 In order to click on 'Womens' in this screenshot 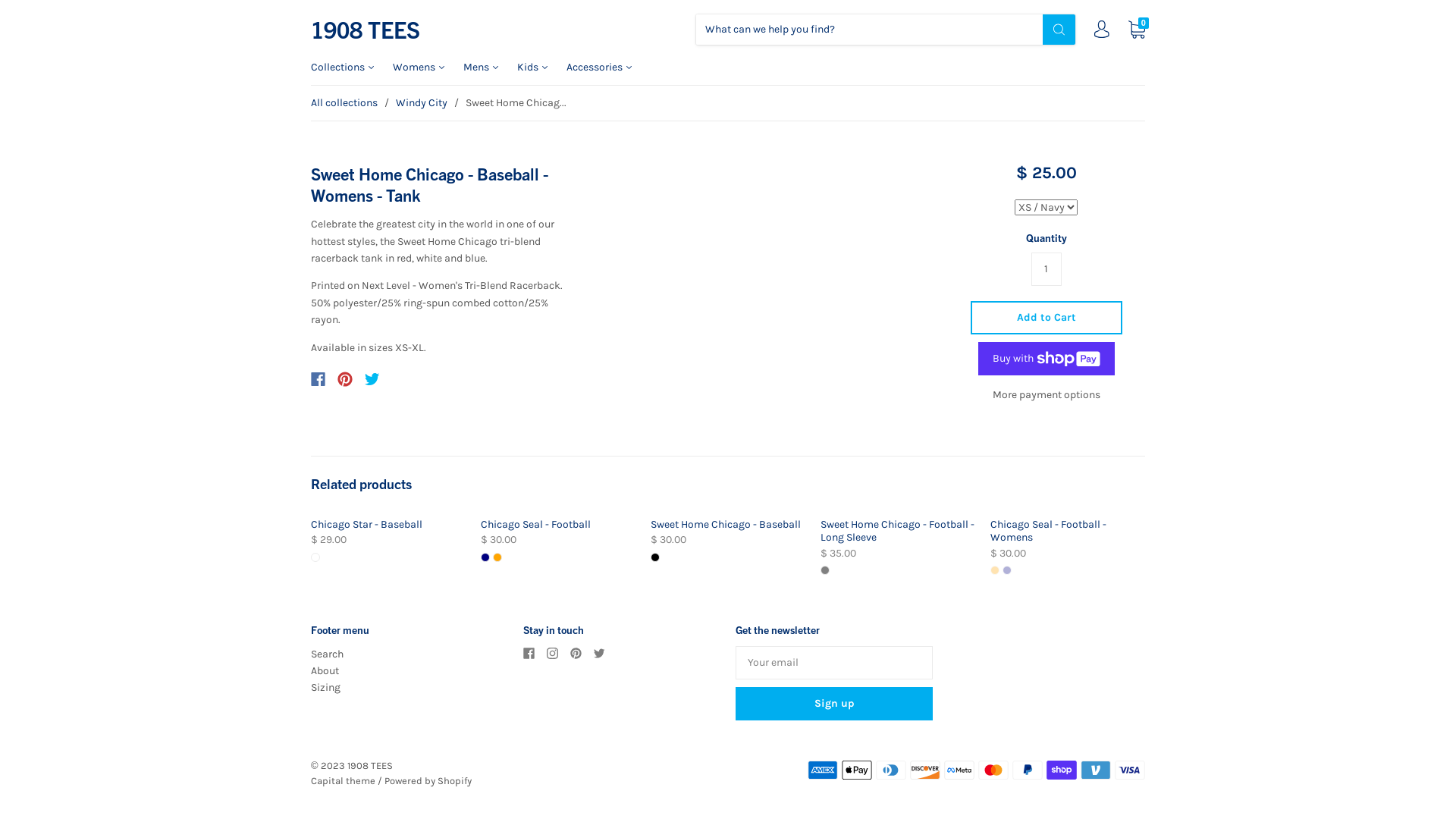, I will do `click(427, 66)`.